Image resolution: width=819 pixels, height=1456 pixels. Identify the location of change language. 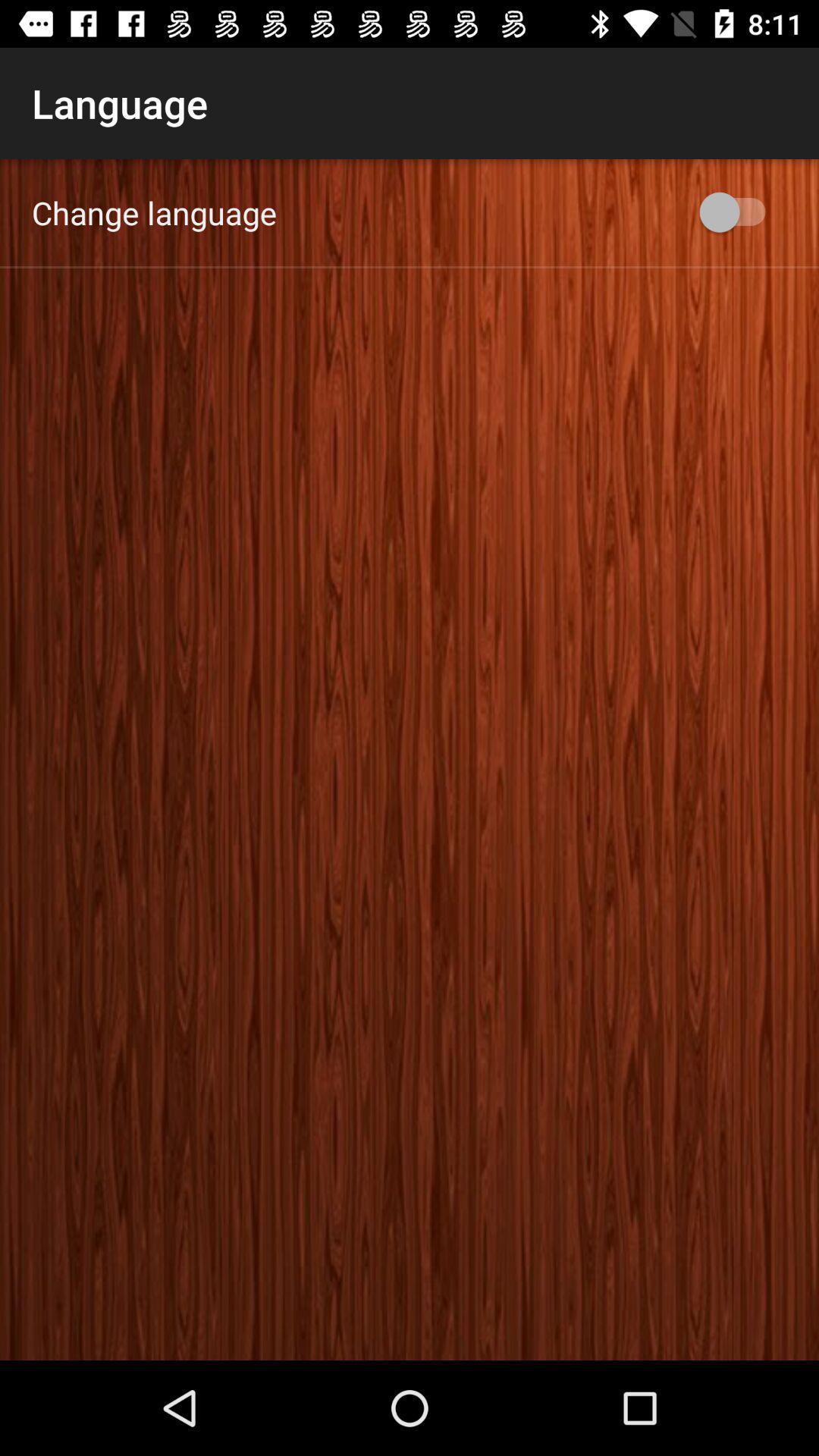
(154, 212).